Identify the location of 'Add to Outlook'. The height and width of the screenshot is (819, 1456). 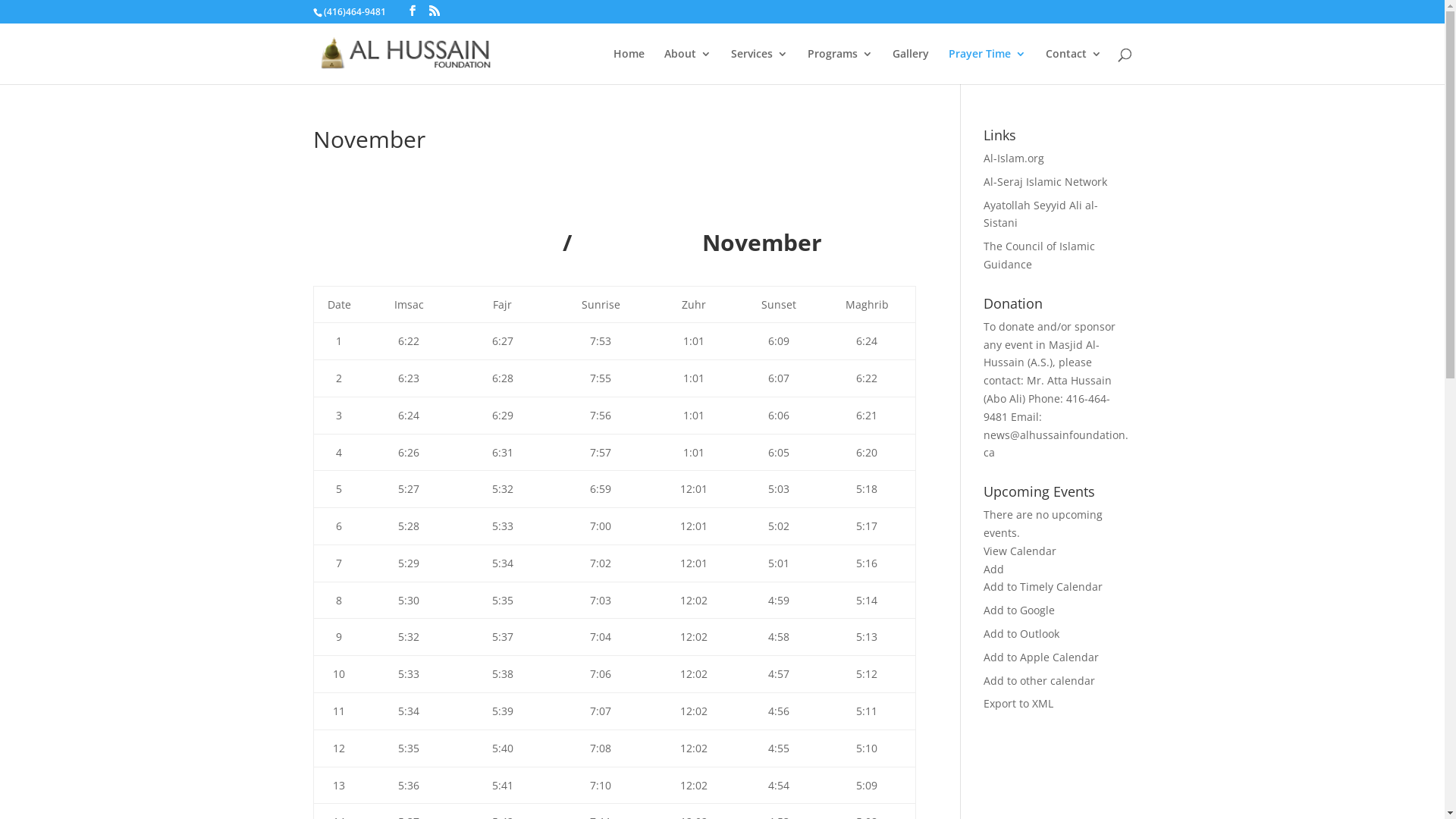
(1021, 633).